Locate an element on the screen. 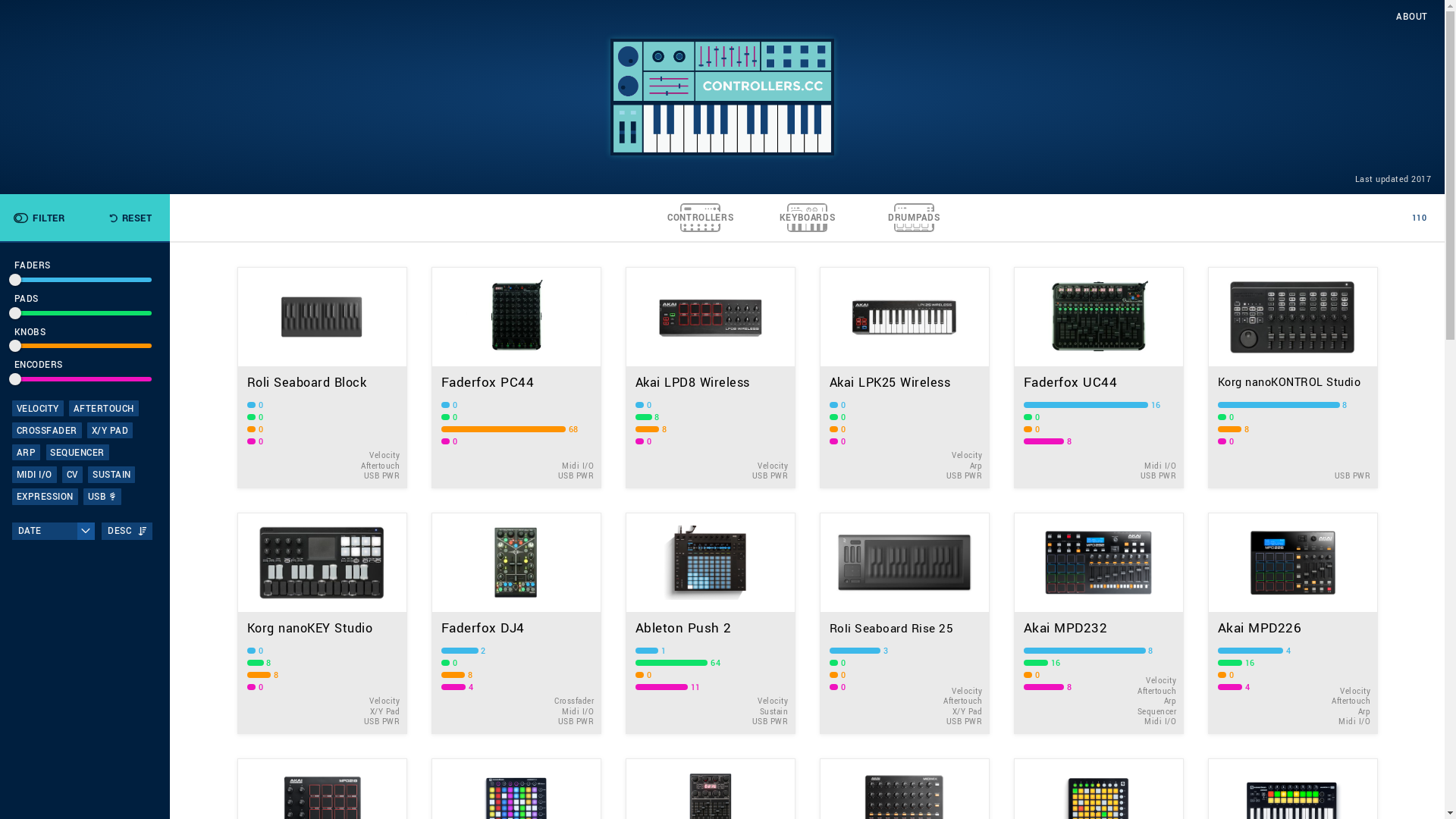 Image resolution: width=1456 pixels, height=819 pixels. 'VELOCITY' is located at coordinates (11, 407).